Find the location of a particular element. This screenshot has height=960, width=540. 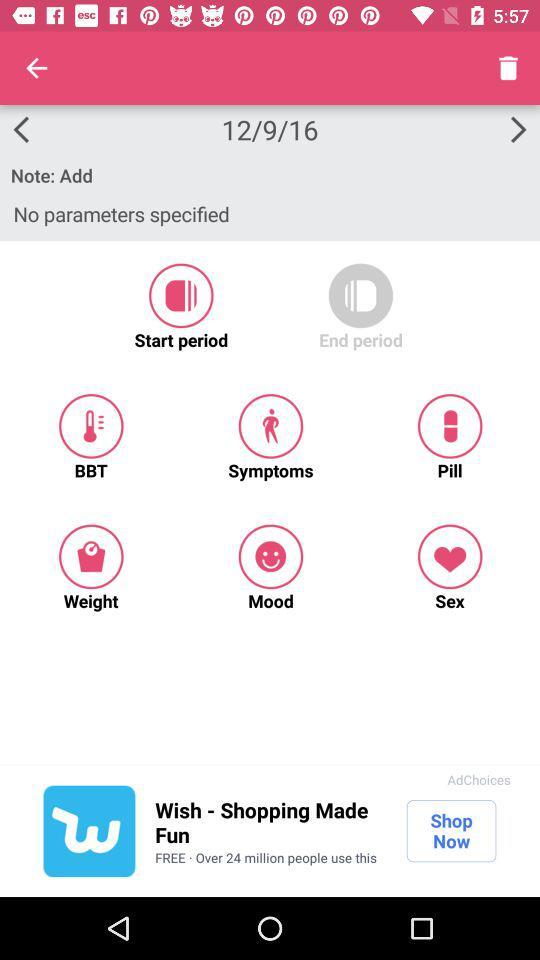

icon to the right of wish shopping made icon is located at coordinates (451, 831).